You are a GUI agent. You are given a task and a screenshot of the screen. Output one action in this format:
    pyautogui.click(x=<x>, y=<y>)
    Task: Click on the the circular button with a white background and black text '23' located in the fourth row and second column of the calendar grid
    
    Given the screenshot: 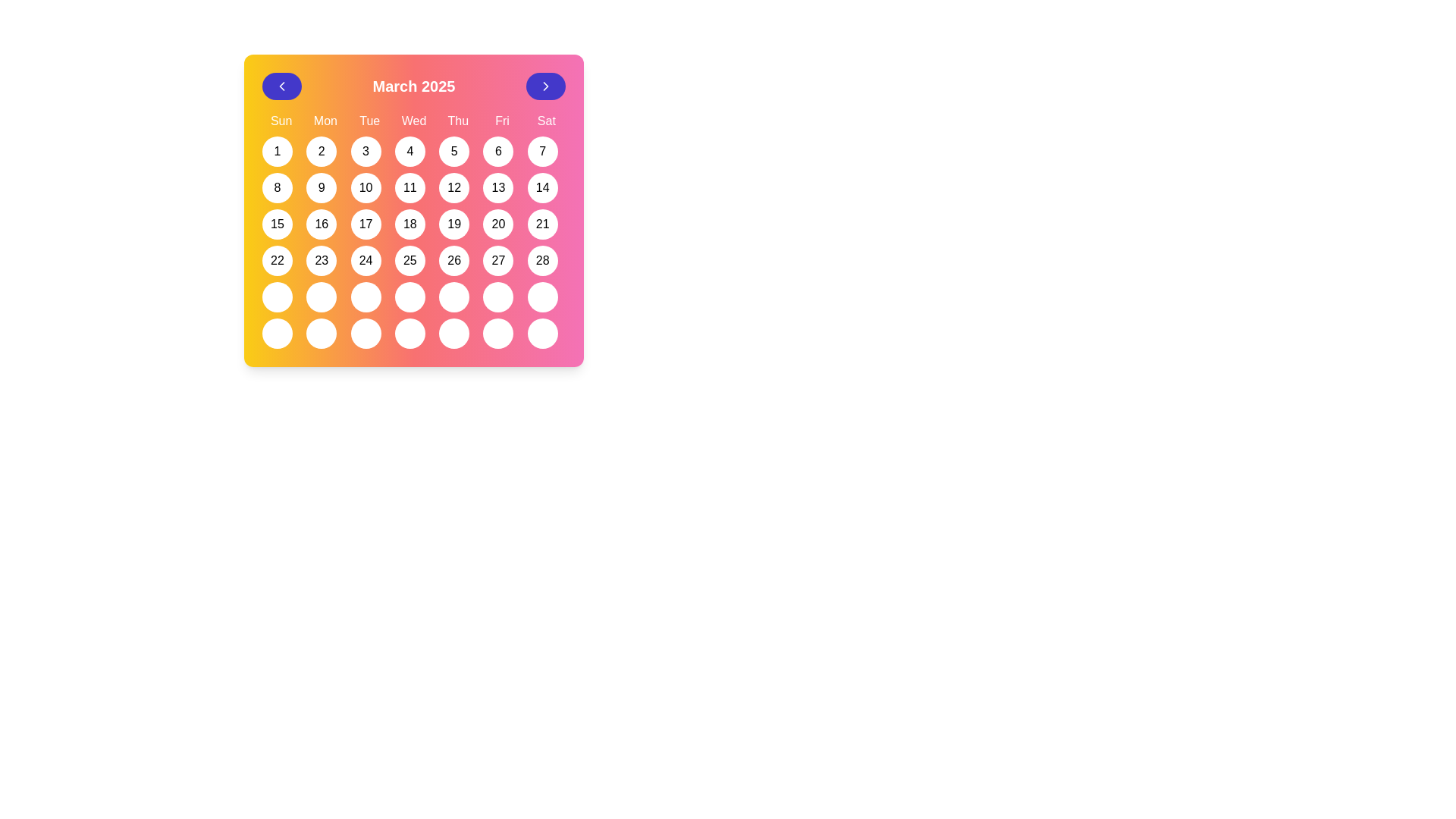 What is the action you would take?
    pyautogui.click(x=321, y=259)
    